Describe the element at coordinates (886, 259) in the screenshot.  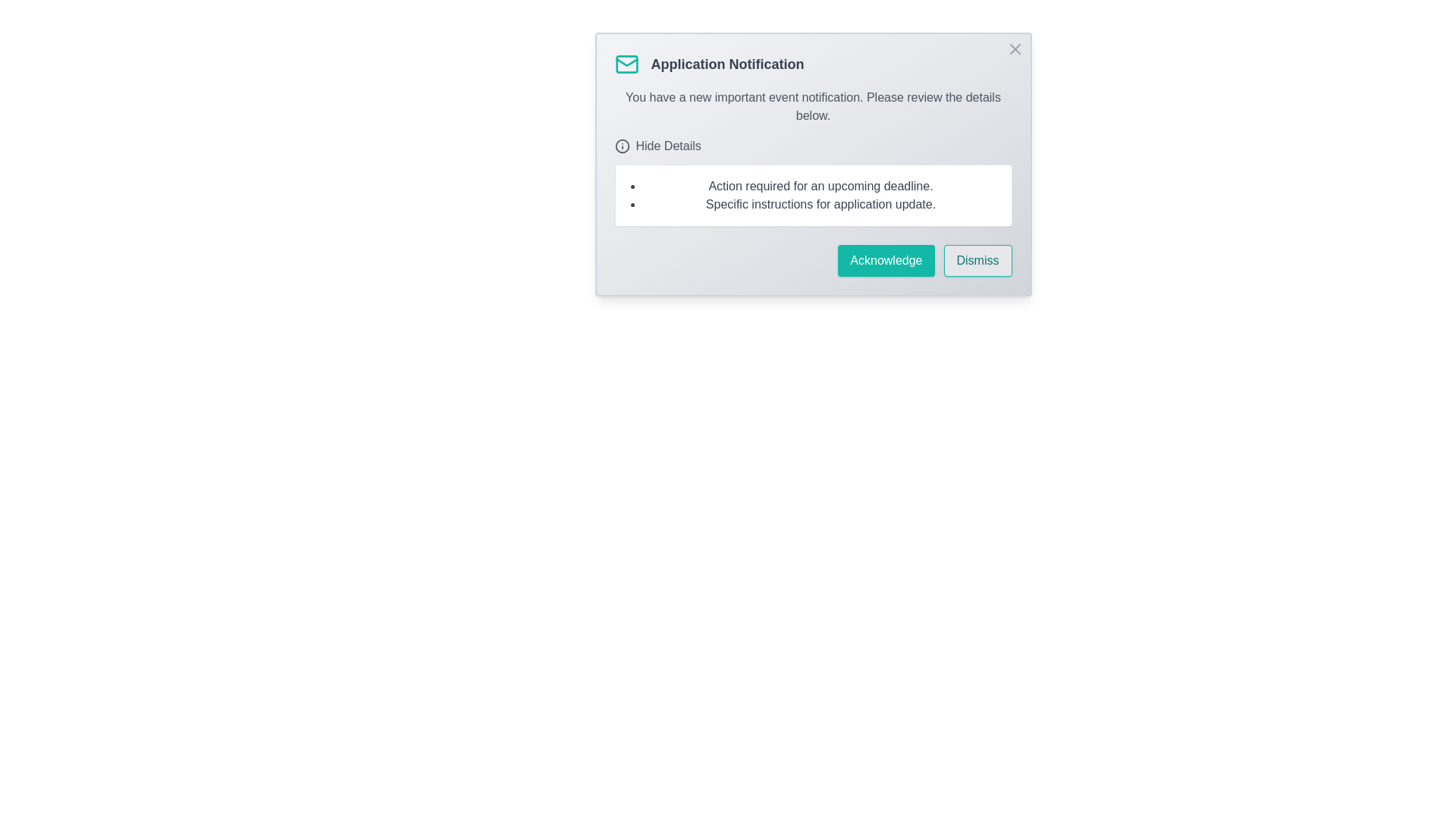
I see `the 'Acknowledge' button to confirm the notification` at that location.